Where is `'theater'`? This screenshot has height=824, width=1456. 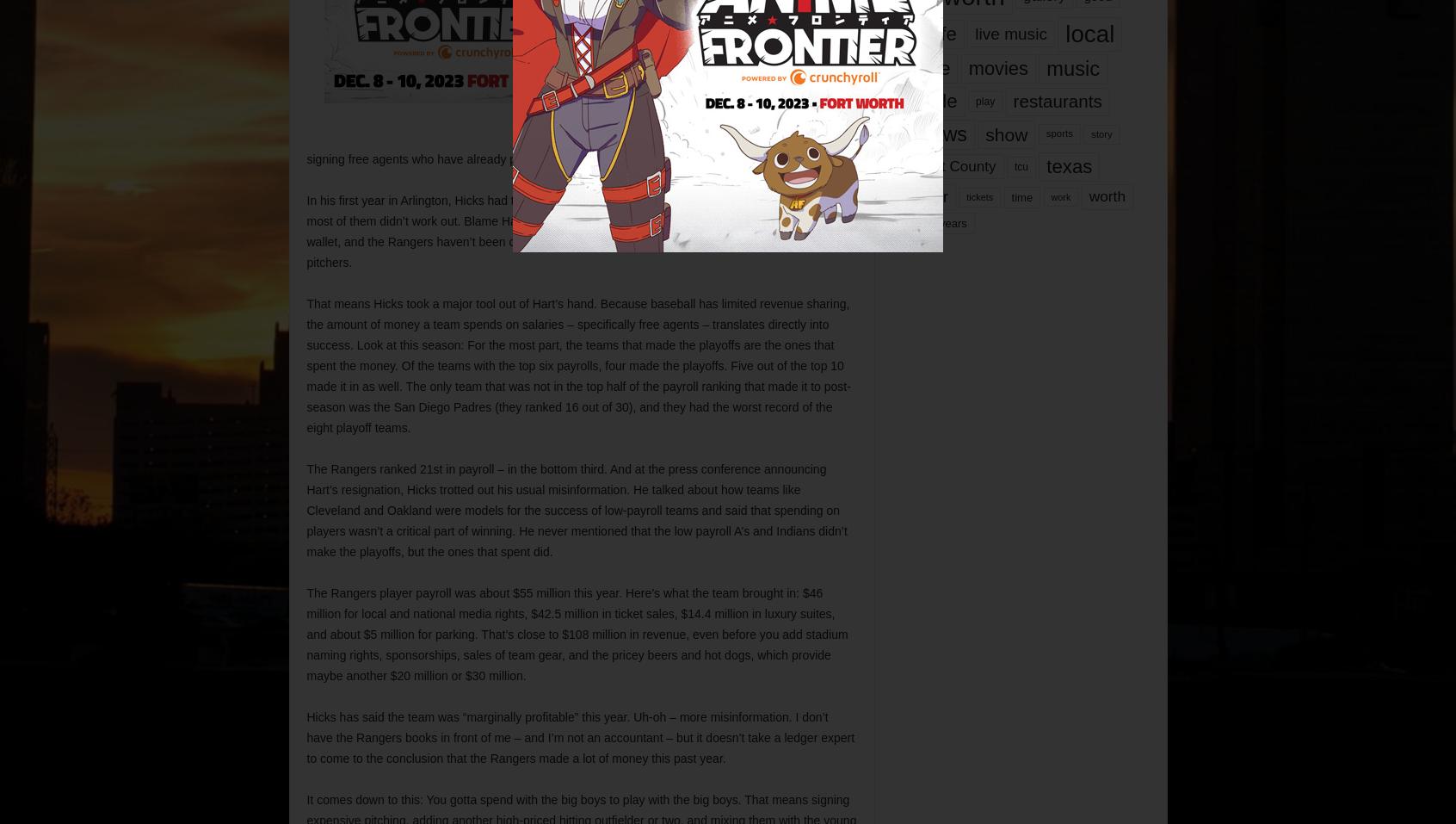
'theater' is located at coordinates (923, 195).